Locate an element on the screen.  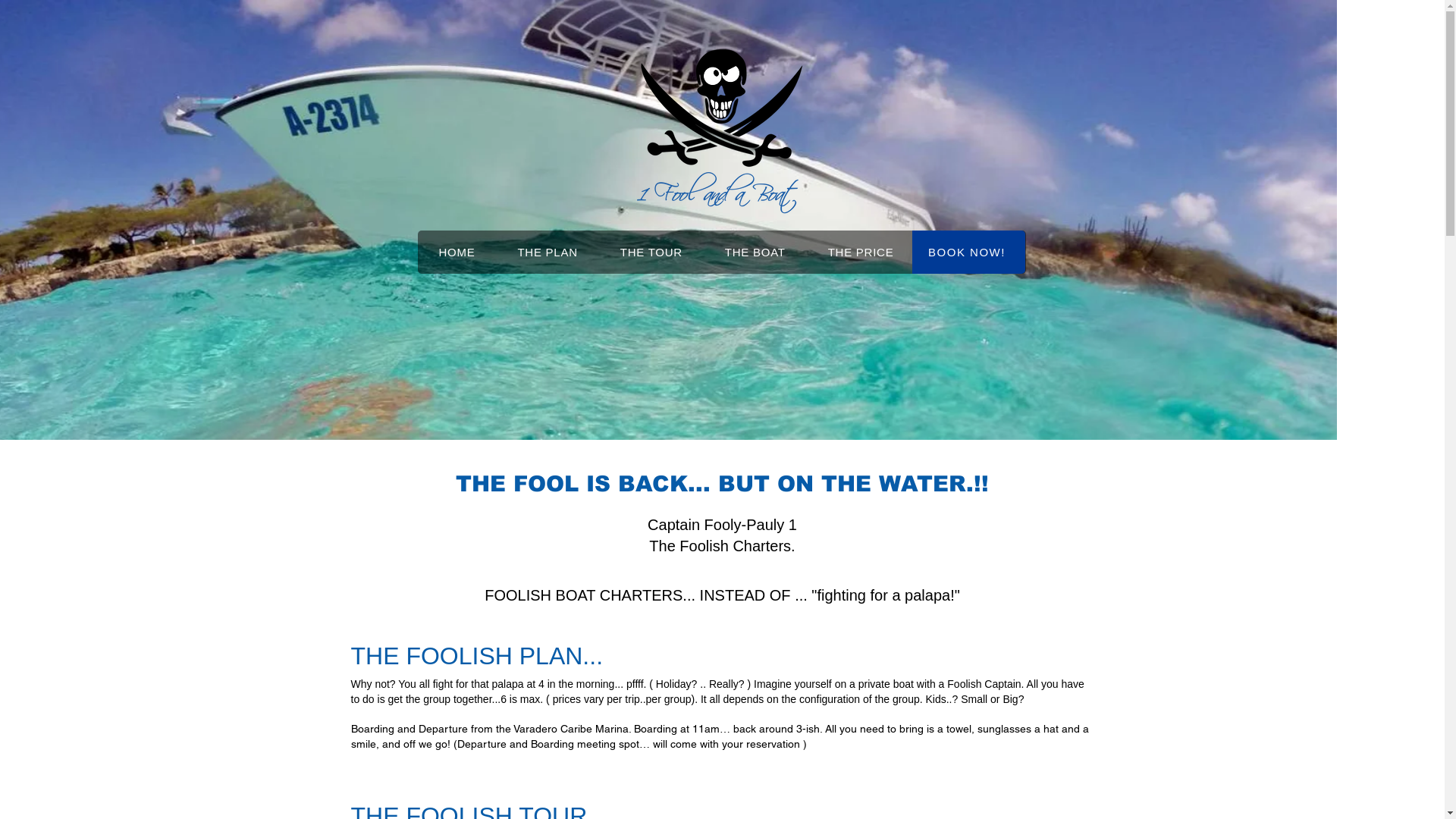
'THE PRICE' is located at coordinates (861, 251).